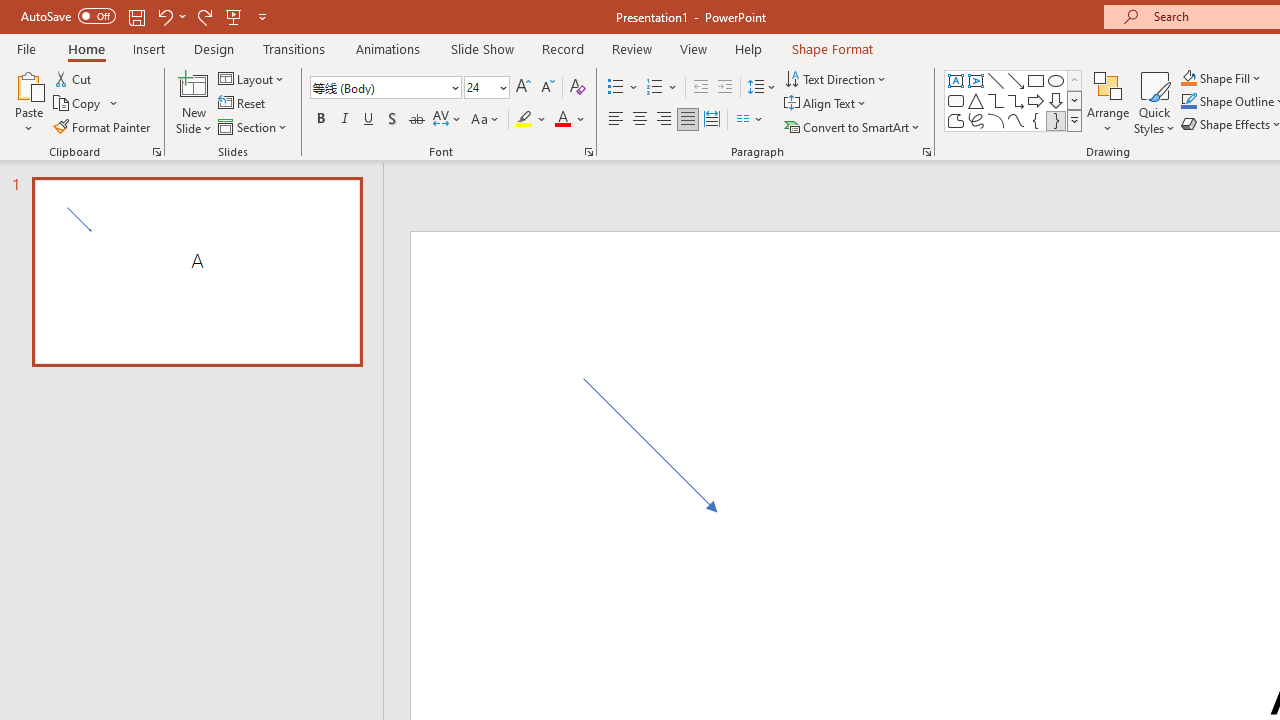 The height and width of the screenshot is (720, 1280). I want to click on 'Cut', so click(74, 78).